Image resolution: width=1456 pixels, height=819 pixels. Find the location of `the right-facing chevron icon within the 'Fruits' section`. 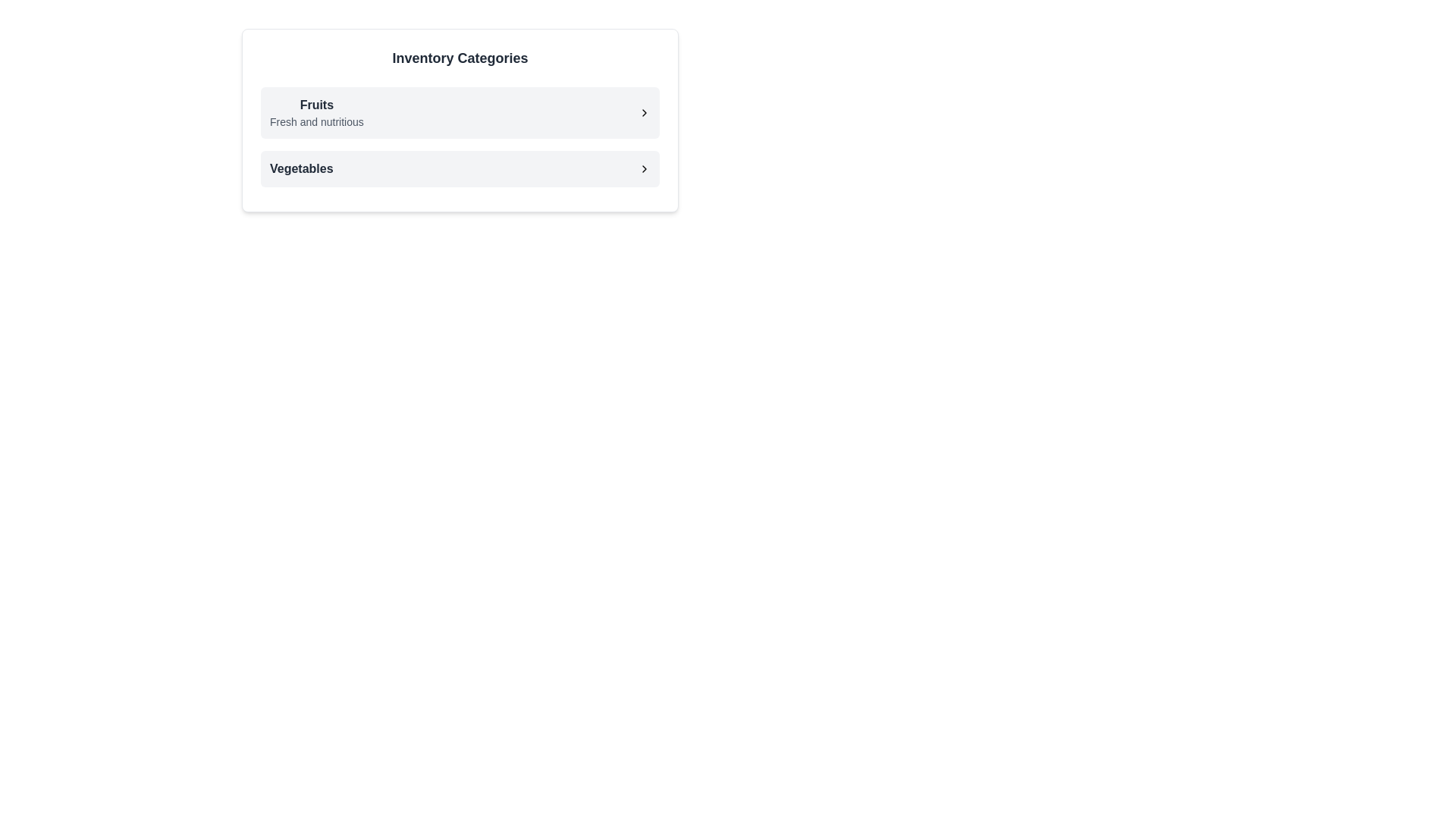

the right-facing chevron icon within the 'Fruits' section is located at coordinates (644, 112).